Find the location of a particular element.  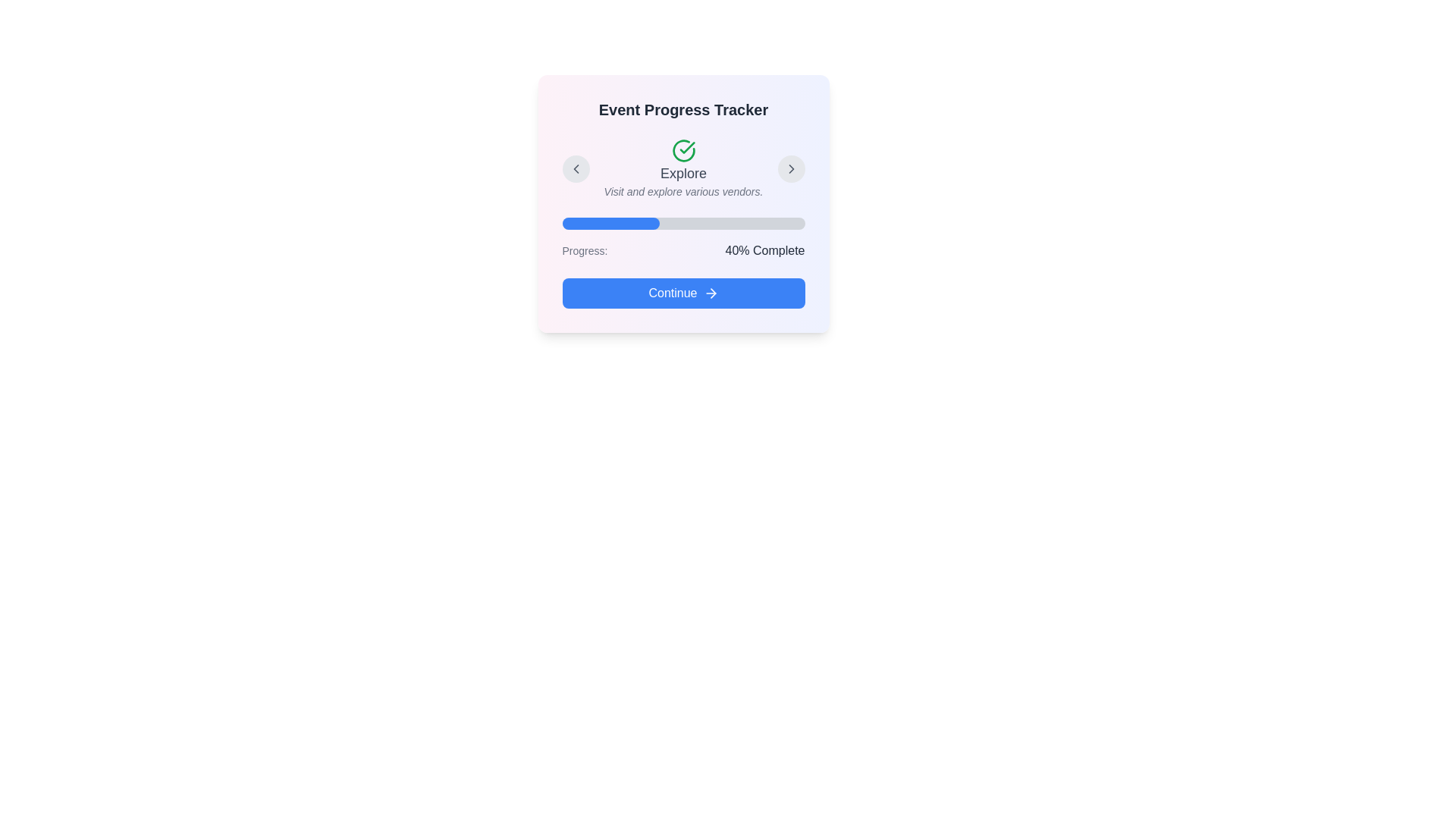

the progress bar located centrally within the card layout, positioned below the 'Explore' heading and above the 'Progress' label is located at coordinates (682, 223).